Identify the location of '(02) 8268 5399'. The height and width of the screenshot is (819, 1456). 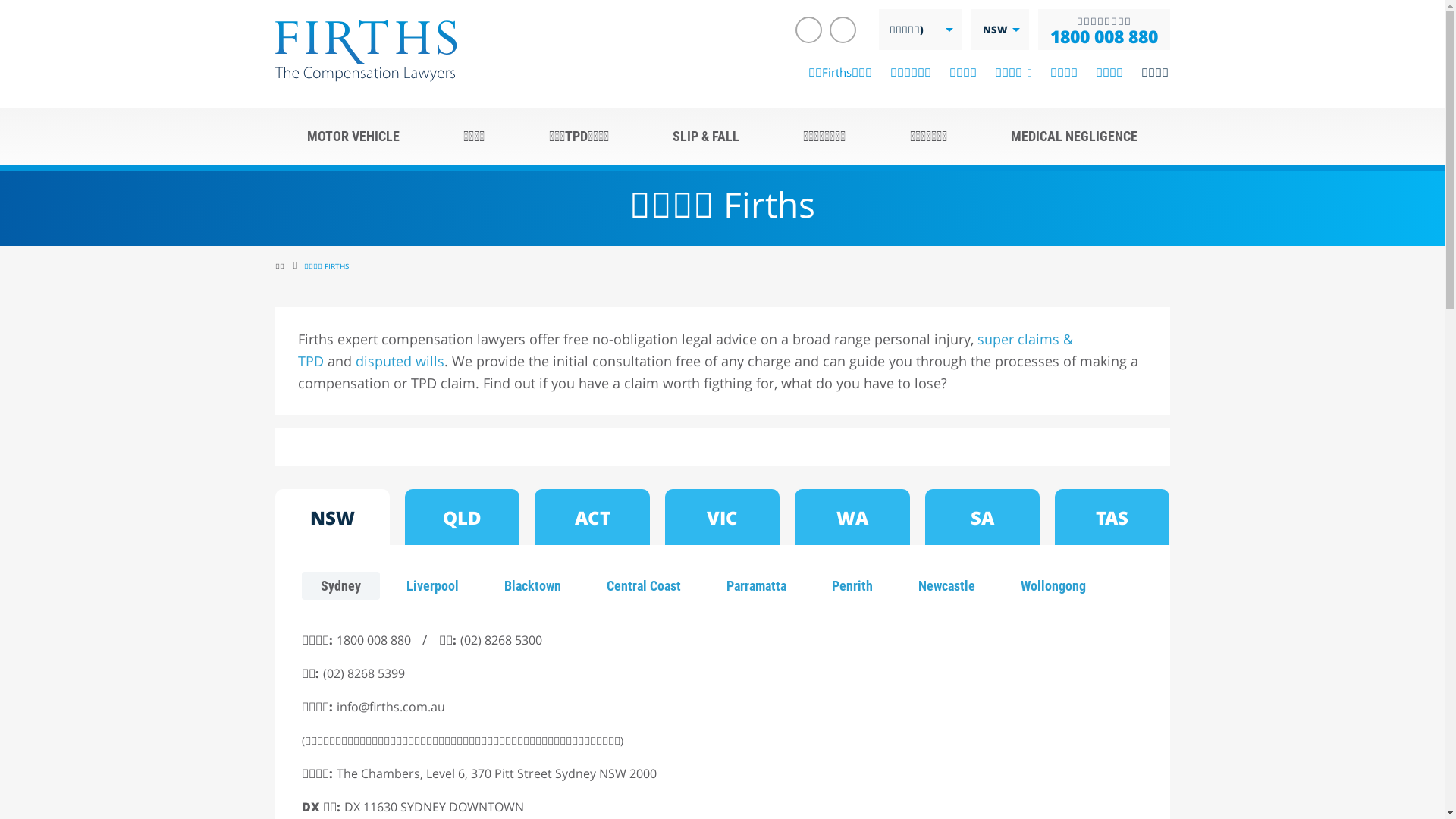
(322, 672).